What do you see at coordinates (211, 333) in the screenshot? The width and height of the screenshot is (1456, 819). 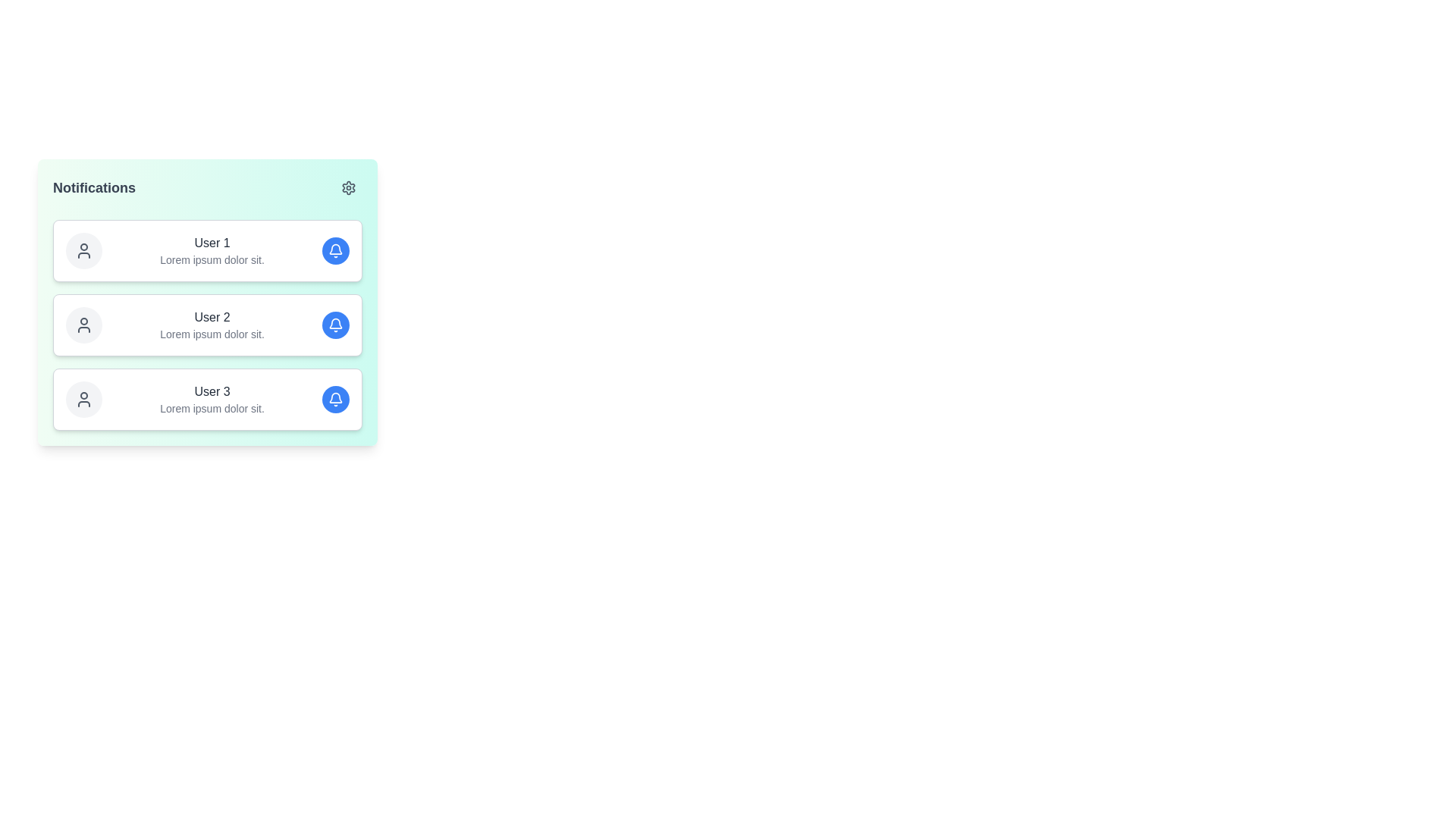 I see `the text label component displaying 'Lorem ipsum dolor sit.' which is positioned beneath 'User 2' in the notification card` at bounding box center [211, 333].